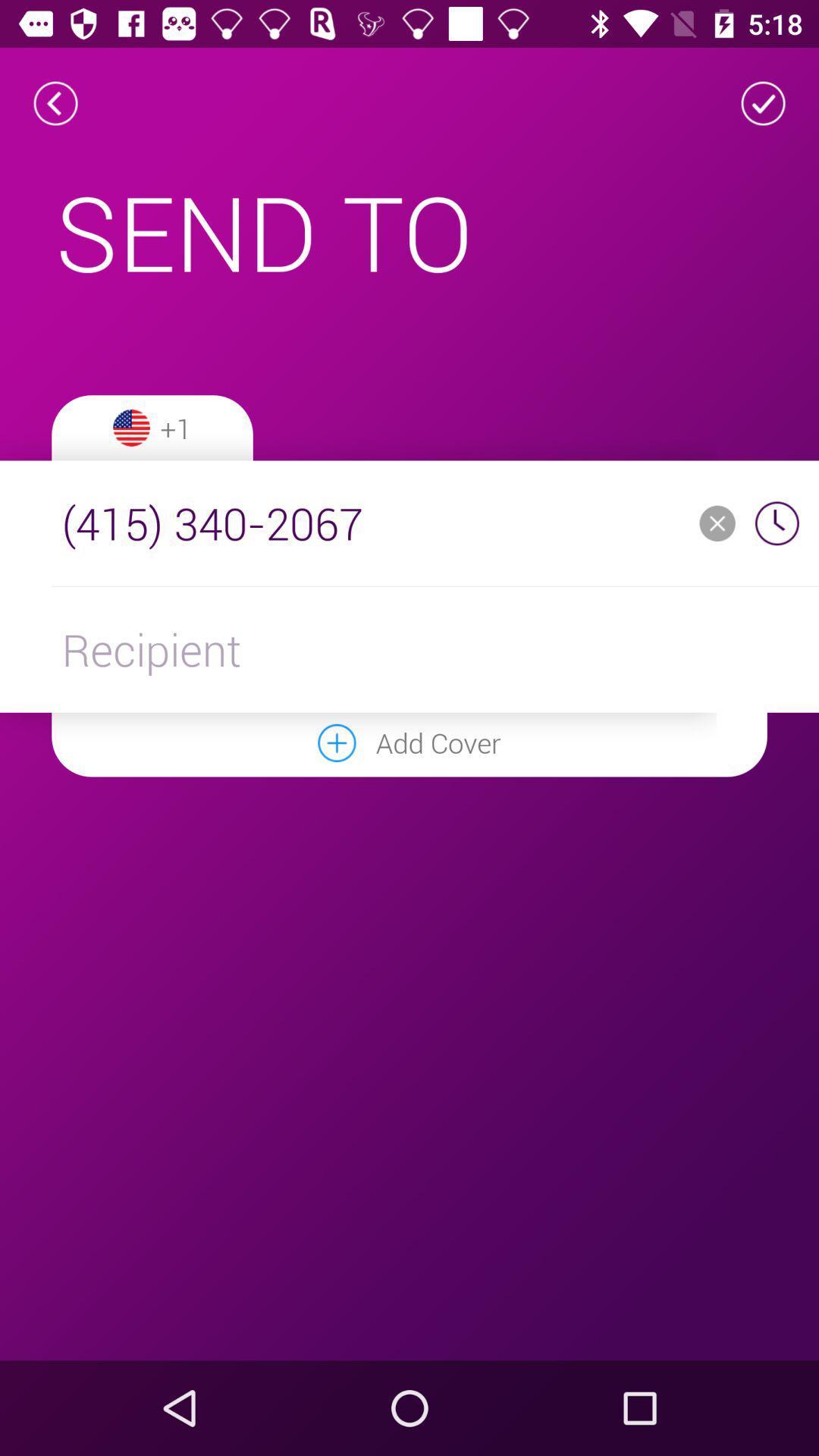 The image size is (819, 1456). Describe the element at coordinates (777, 523) in the screenshot. I see `the time icon` at that location.